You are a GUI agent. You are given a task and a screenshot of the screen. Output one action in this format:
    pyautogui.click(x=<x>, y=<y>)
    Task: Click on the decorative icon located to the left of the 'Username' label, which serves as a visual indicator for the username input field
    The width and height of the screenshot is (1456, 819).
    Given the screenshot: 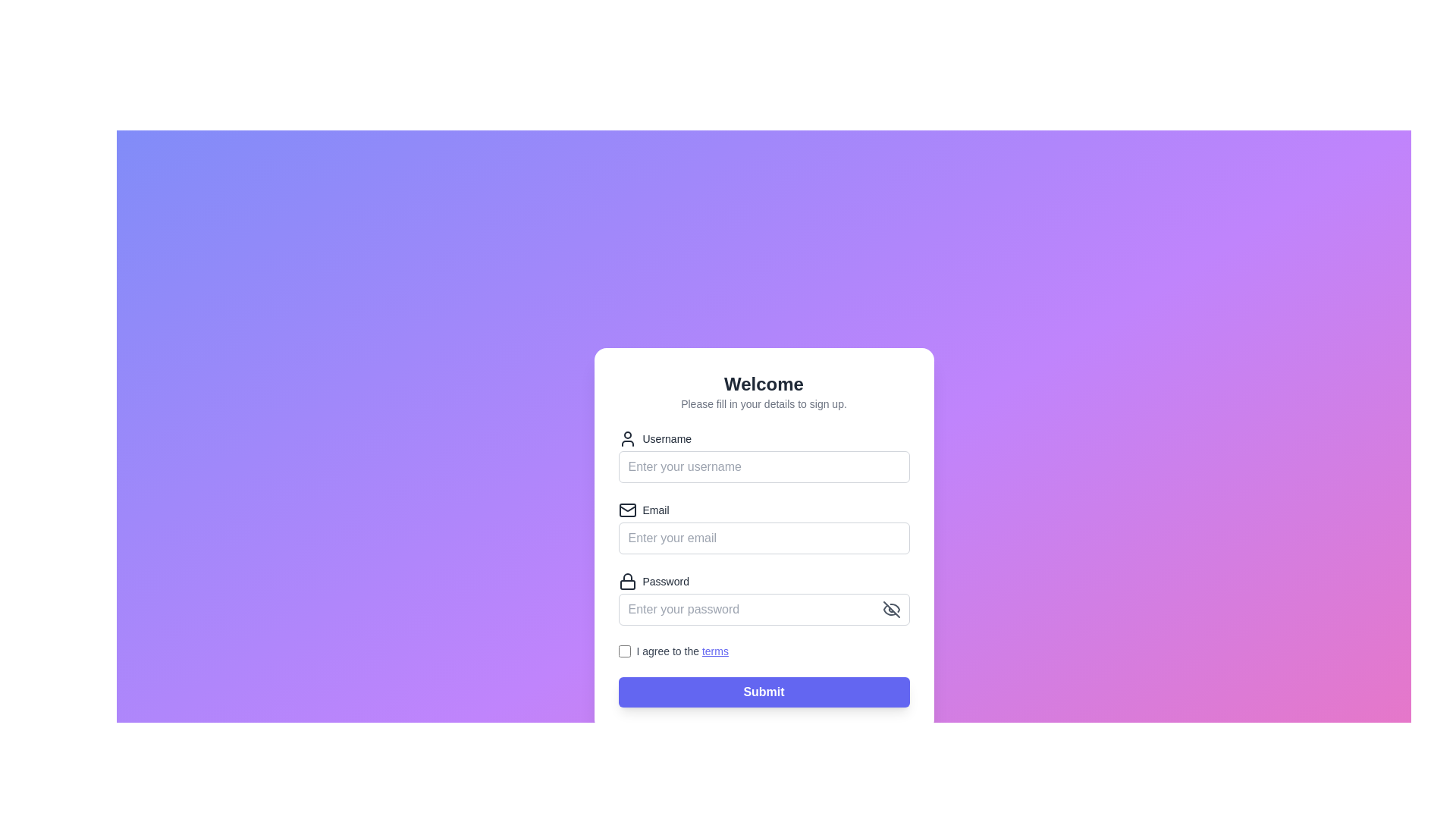 What is the action you would take?
    pyautogui.click(x=627, y=438)
    